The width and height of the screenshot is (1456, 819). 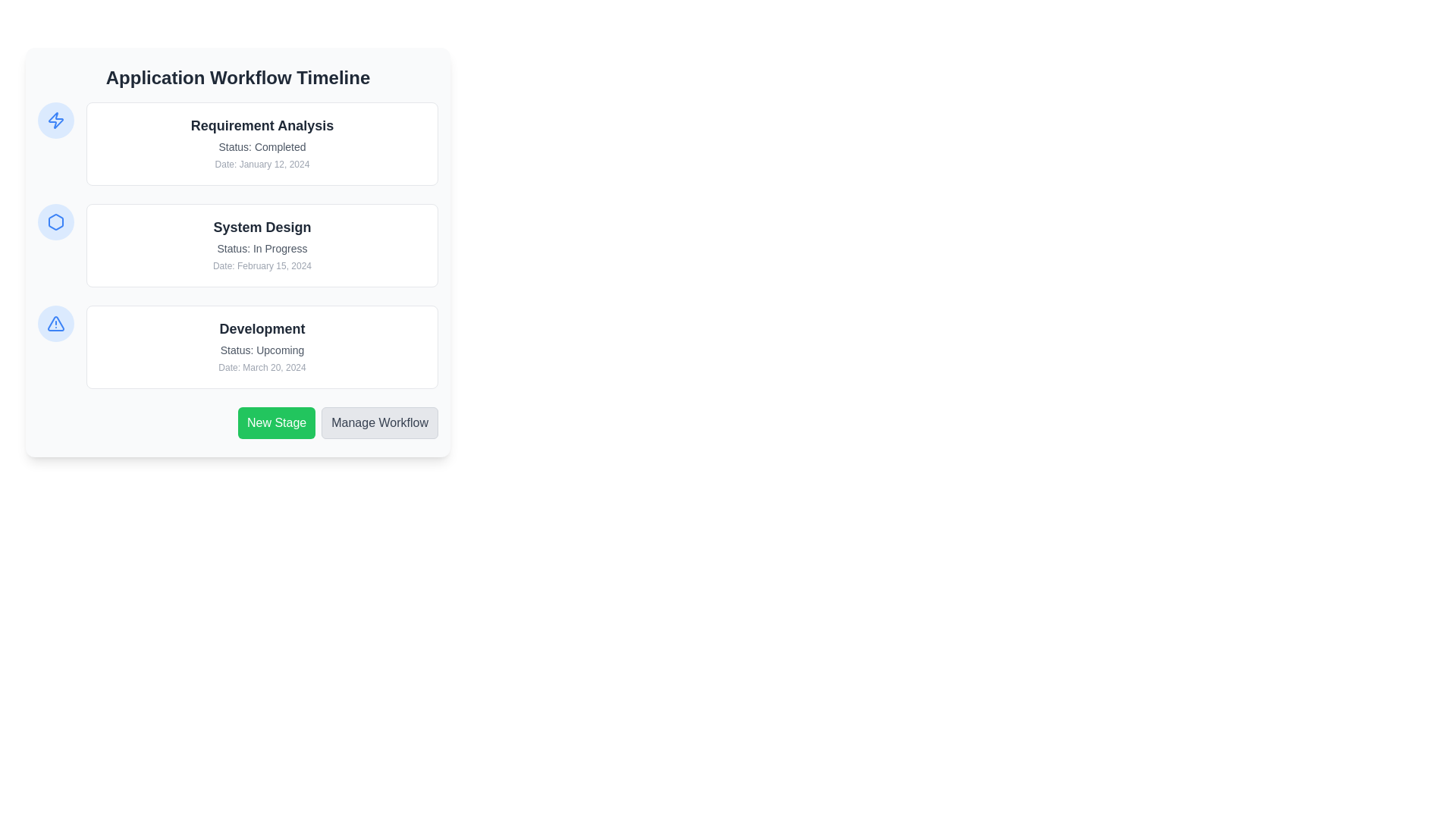 I want to click on displayed date information from the text label showing 'March 20, 2024' located at the bottom of the third card section in the interface, so click(x=262, y=368).